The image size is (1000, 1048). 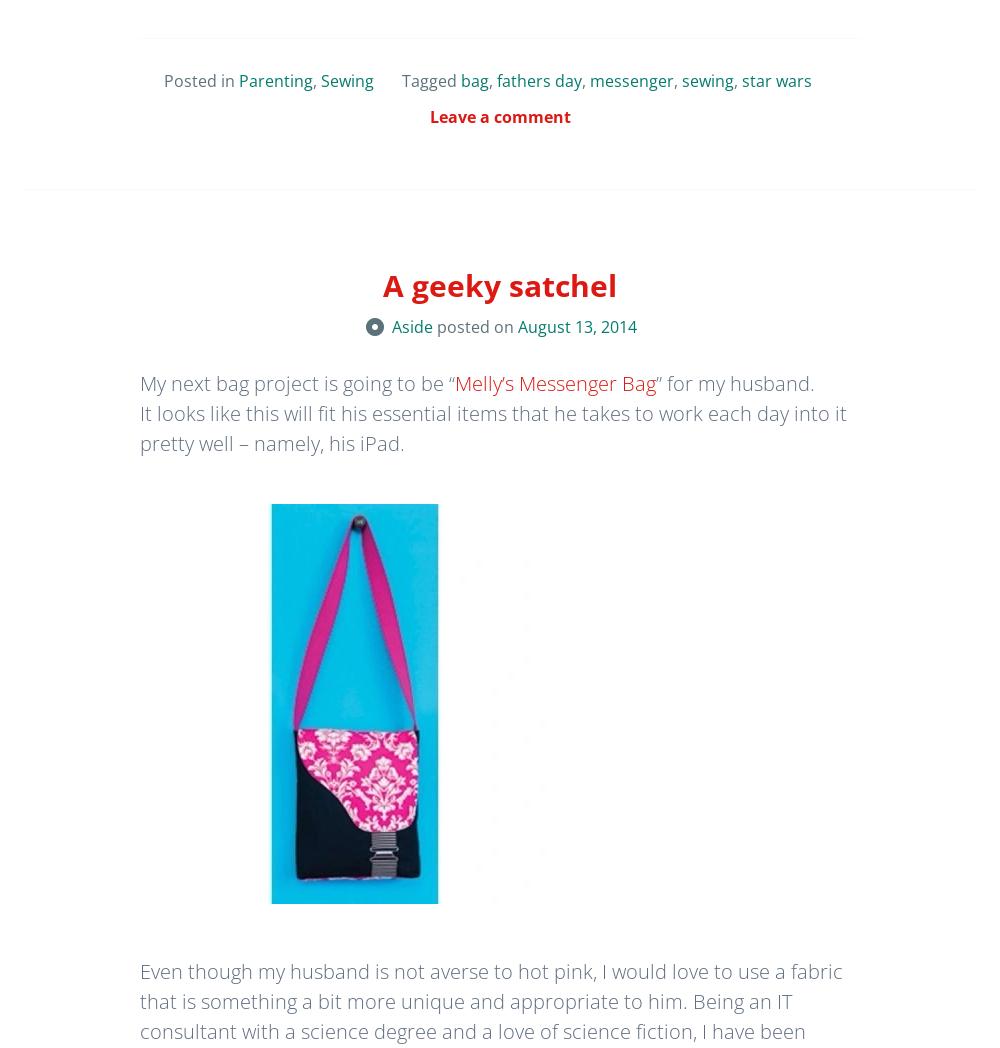 What do you see at coordinates (539, 81) in the screenshot?
I see `'fathers day'` at bounding box center [539, 81].